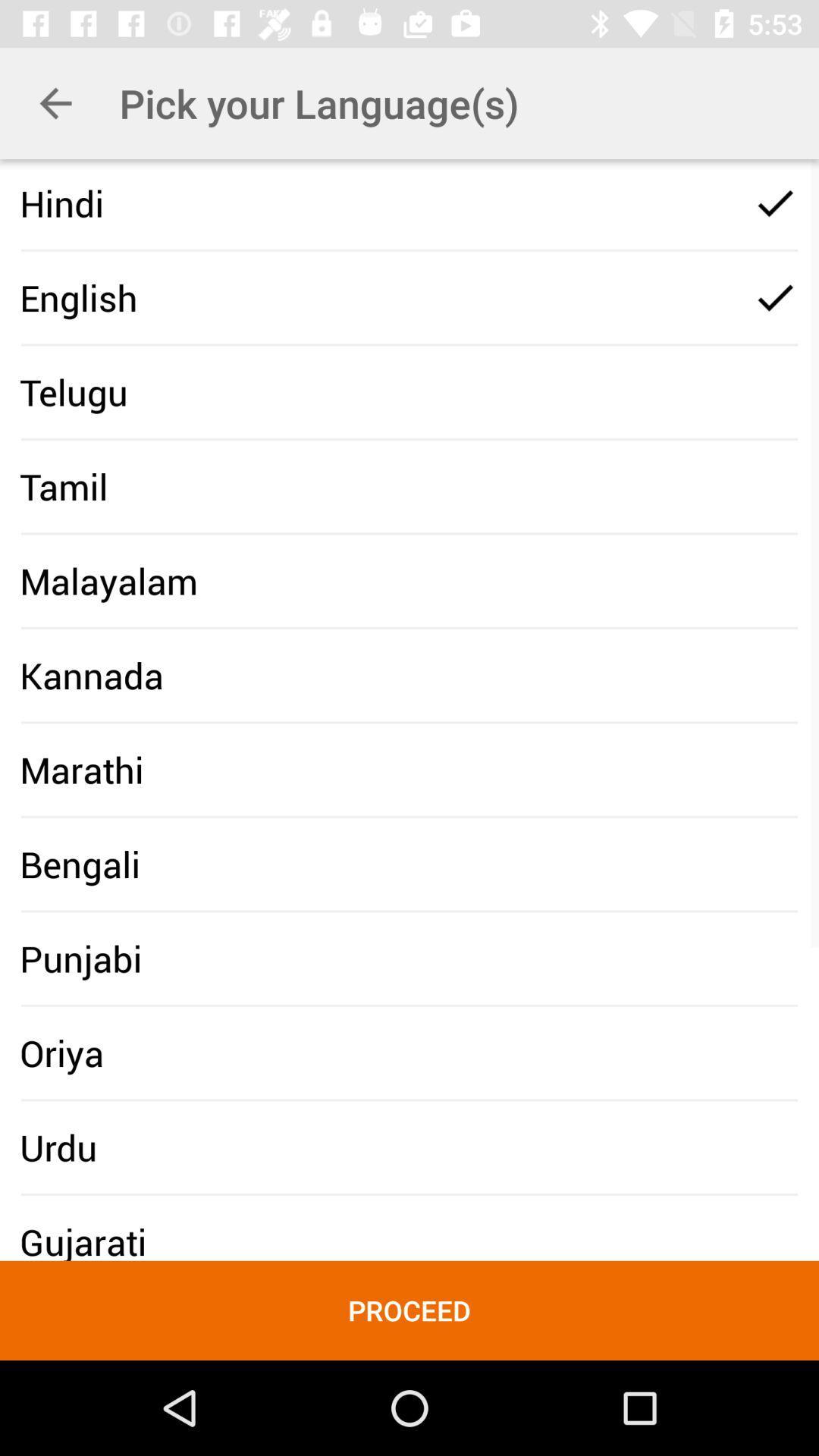 Image resolution: width=819 pixels, height=1456 pixels. Describe the element at coordinates (80, 864) in the screenshot. I see `the icon below marathi icon` at that location.